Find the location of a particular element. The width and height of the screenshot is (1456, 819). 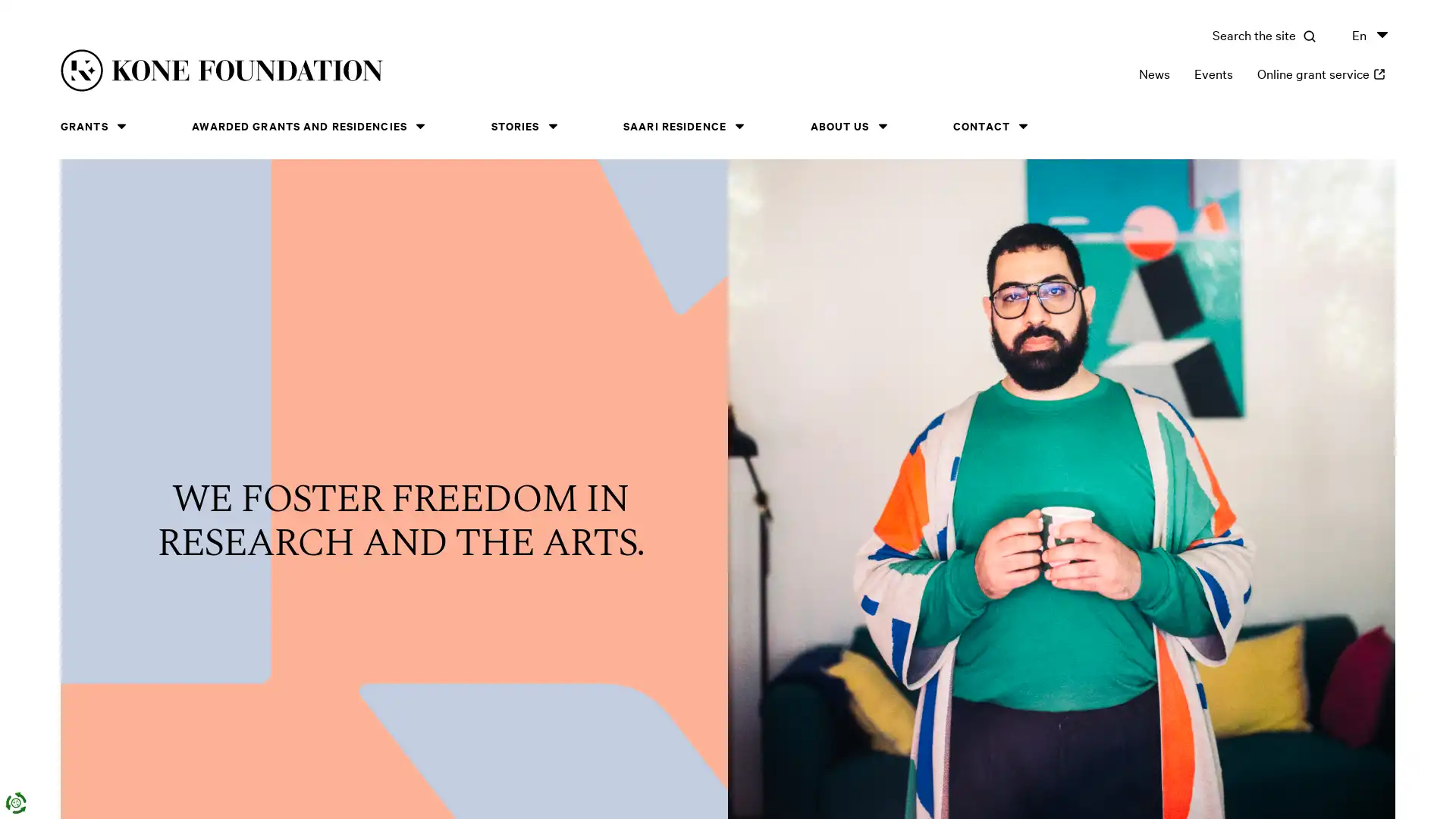

Saari Residence osion alavalikko is located at coordinates (739, 125).